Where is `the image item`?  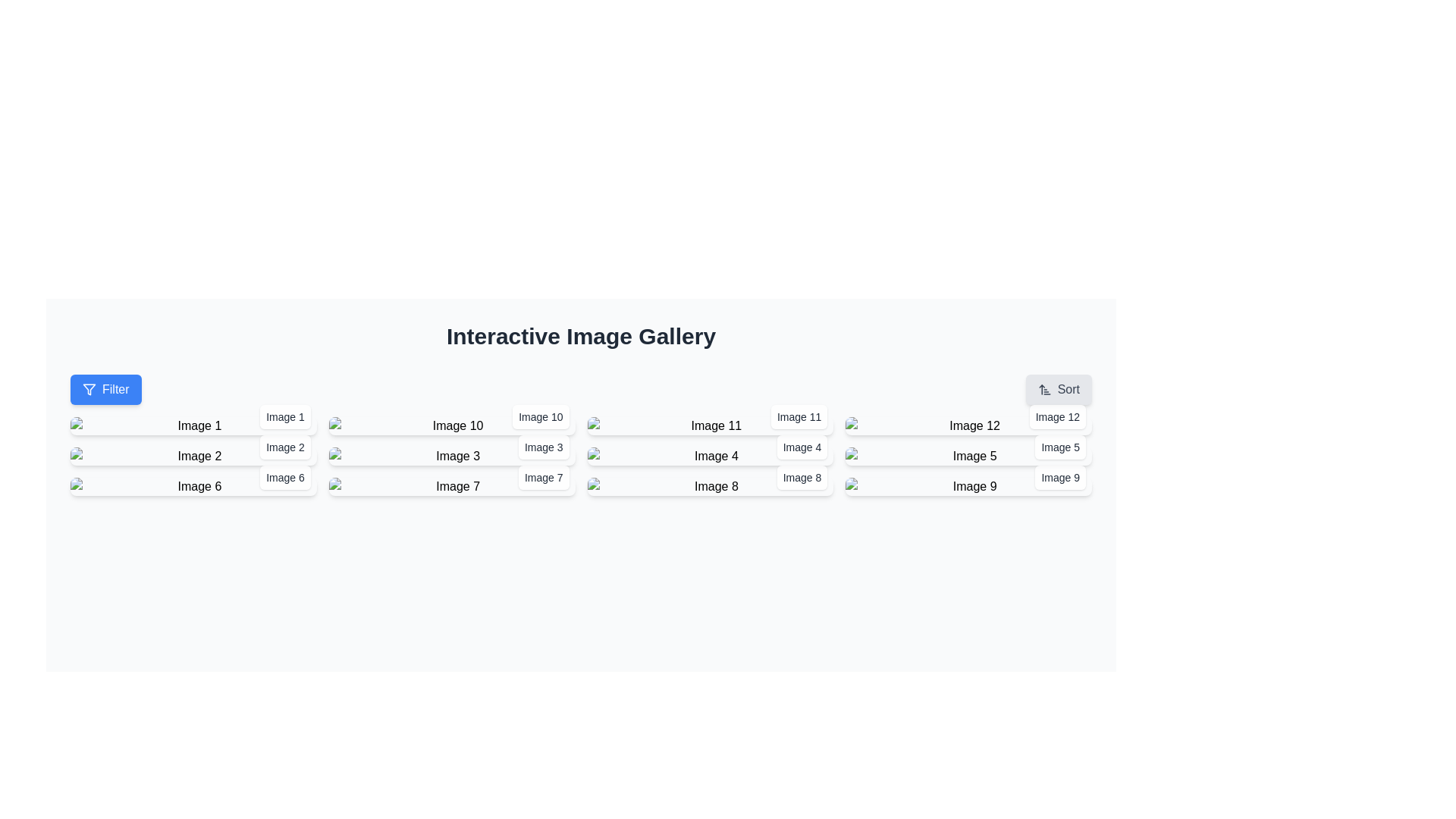 the image item is located at coordinates (709, 486).